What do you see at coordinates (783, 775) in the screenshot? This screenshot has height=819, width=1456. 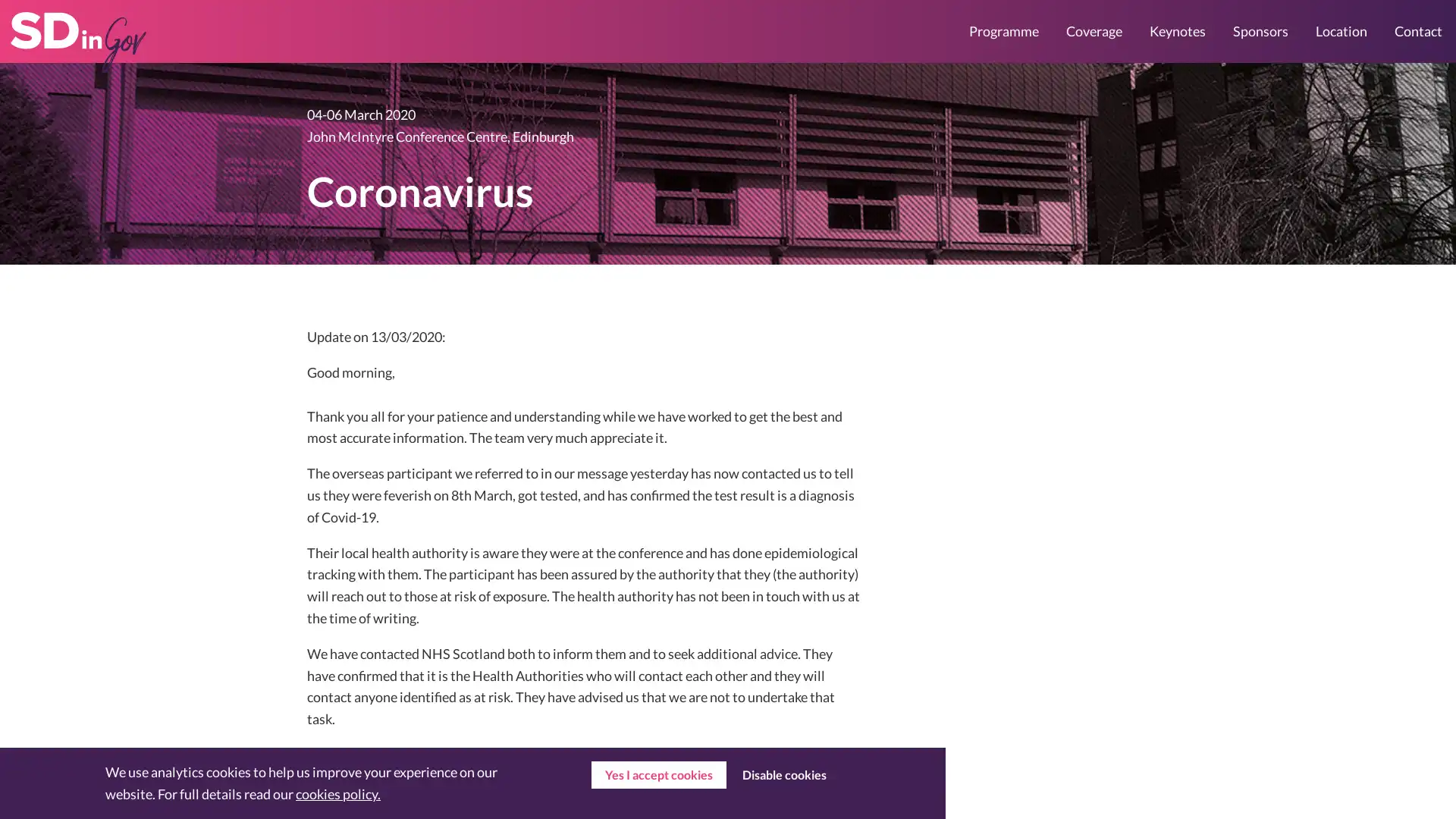 I see `Disable cookies` at bounding box center [783, 775].